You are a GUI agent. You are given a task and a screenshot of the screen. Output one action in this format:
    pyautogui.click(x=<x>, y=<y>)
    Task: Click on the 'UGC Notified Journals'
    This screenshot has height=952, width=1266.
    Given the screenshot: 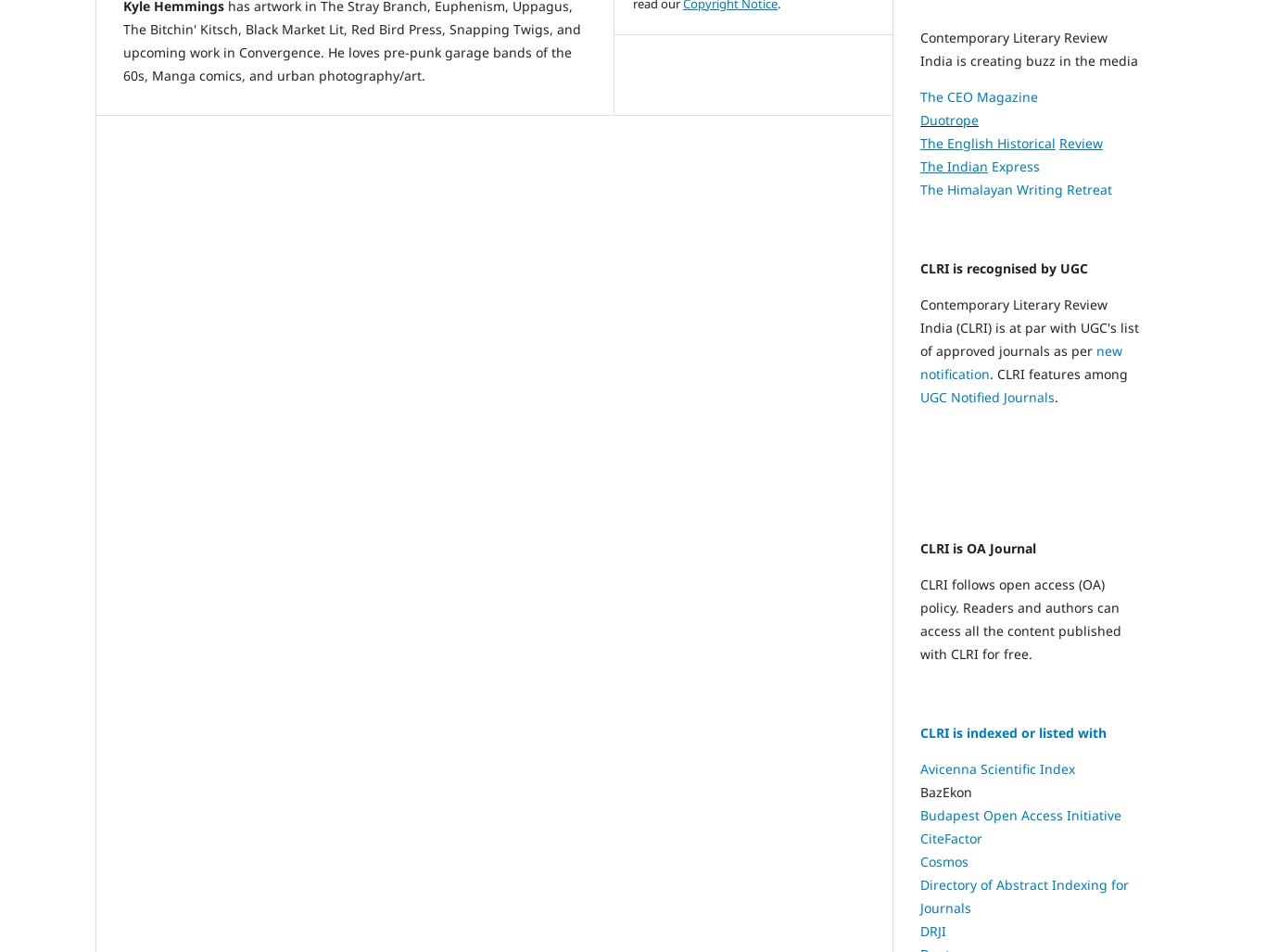 What is the action you would take?
    pyautogui.click(x=986, y=396)
    